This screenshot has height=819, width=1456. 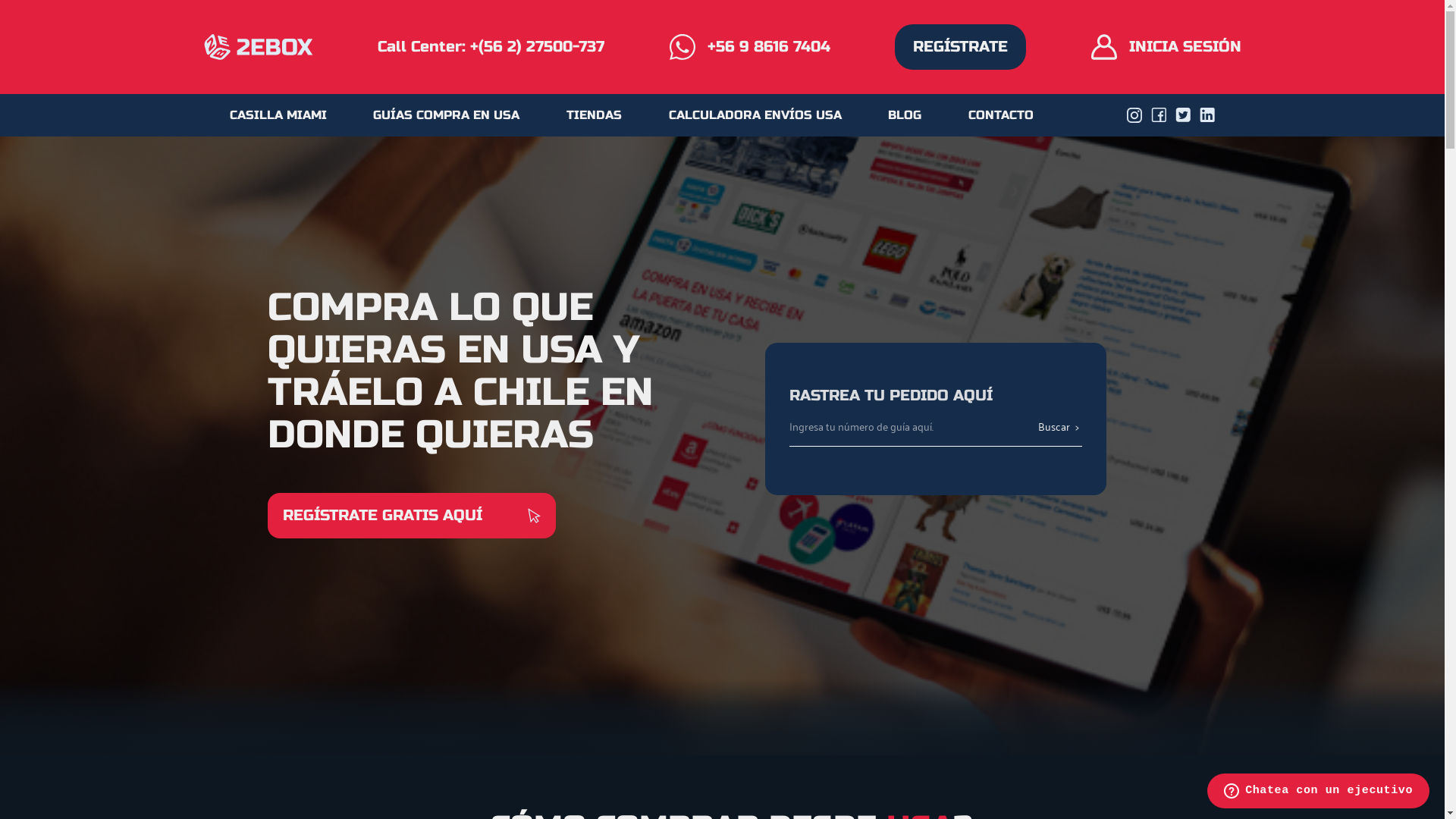 I want to click on 'linkedin', so click(x=1207, y=114).